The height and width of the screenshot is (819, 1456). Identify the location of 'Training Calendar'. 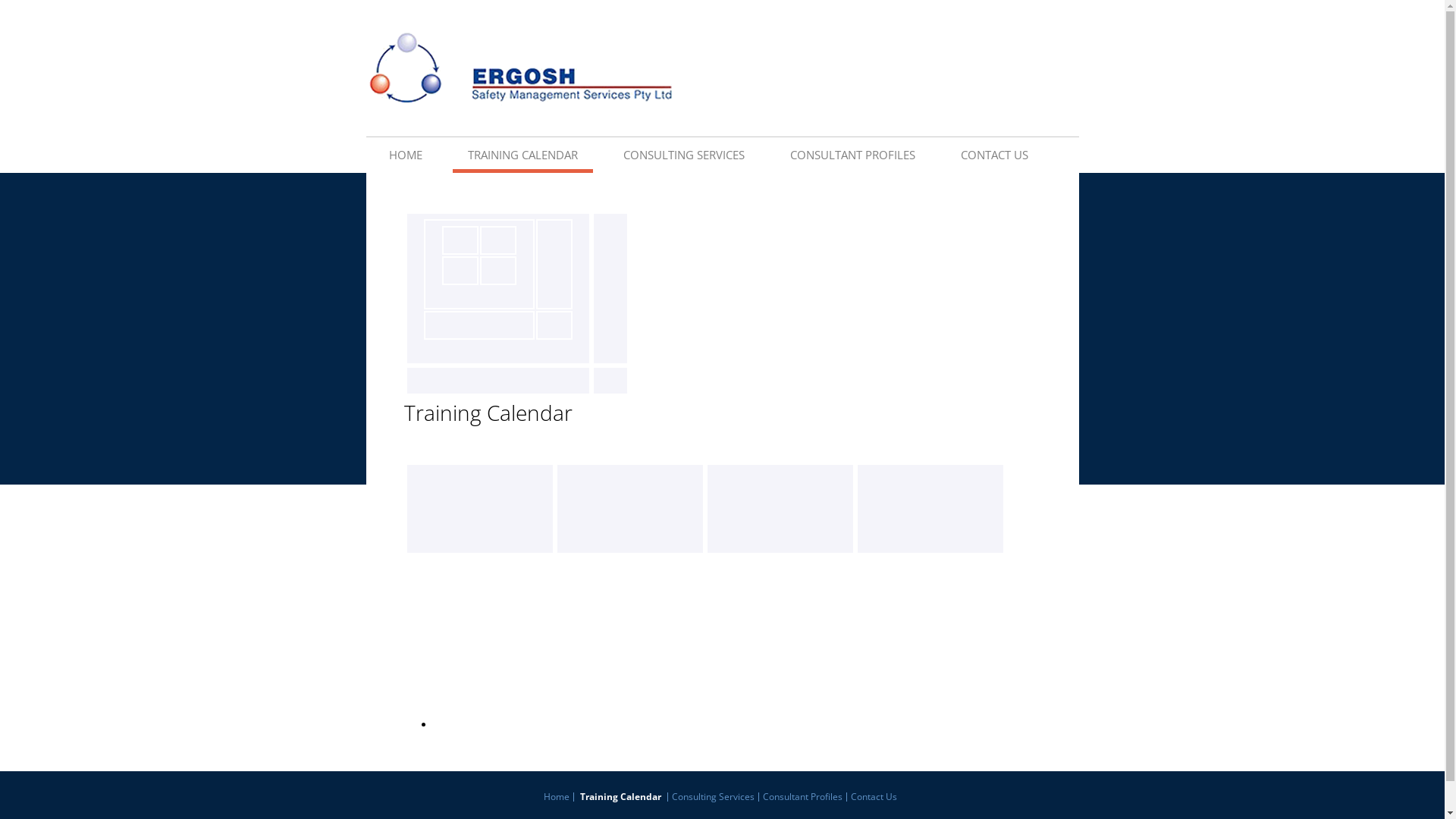
(621, 795).